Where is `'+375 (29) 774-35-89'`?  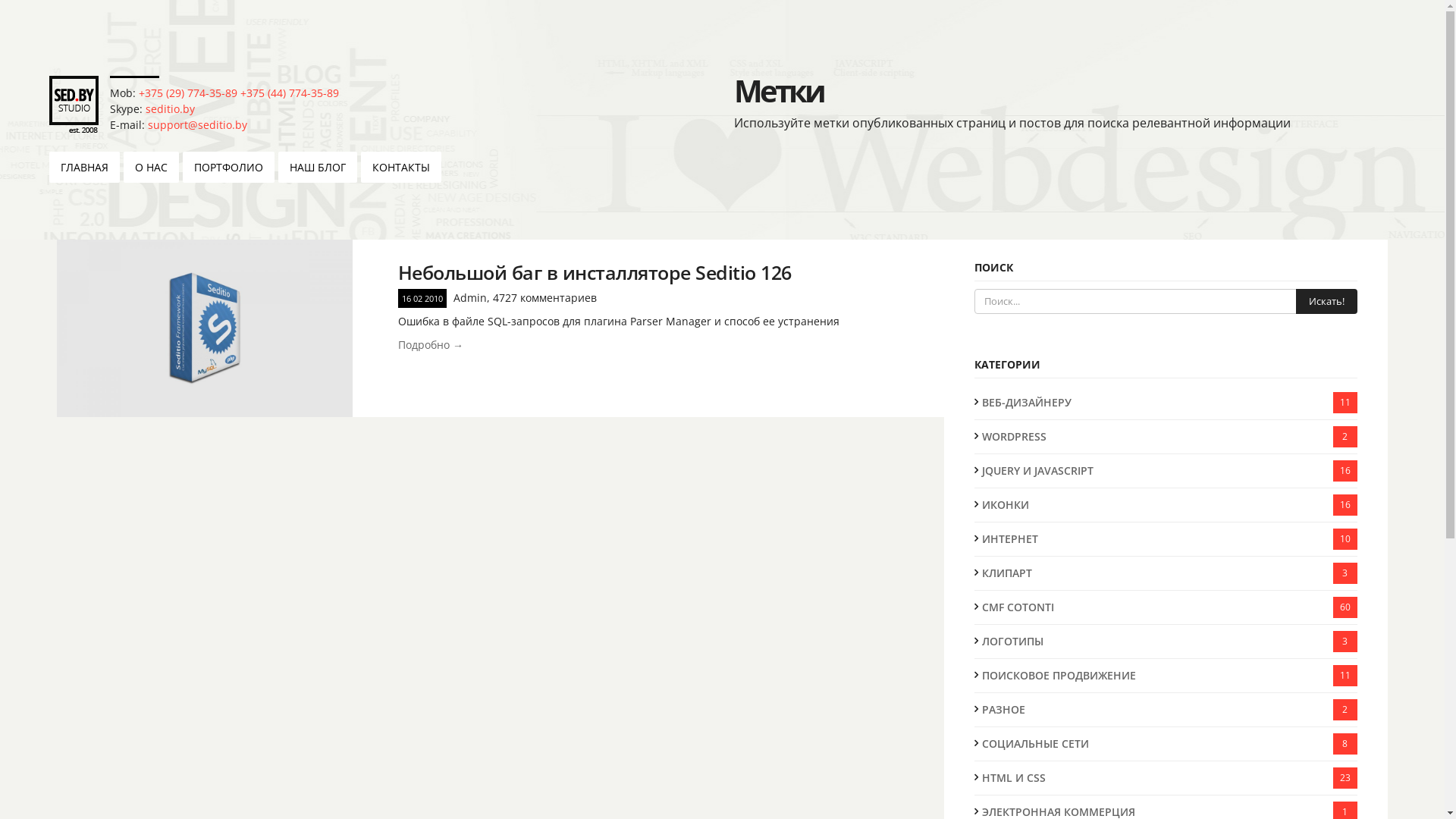
'+375 (29) 774-35-89' is located at coordinates (187, 93).